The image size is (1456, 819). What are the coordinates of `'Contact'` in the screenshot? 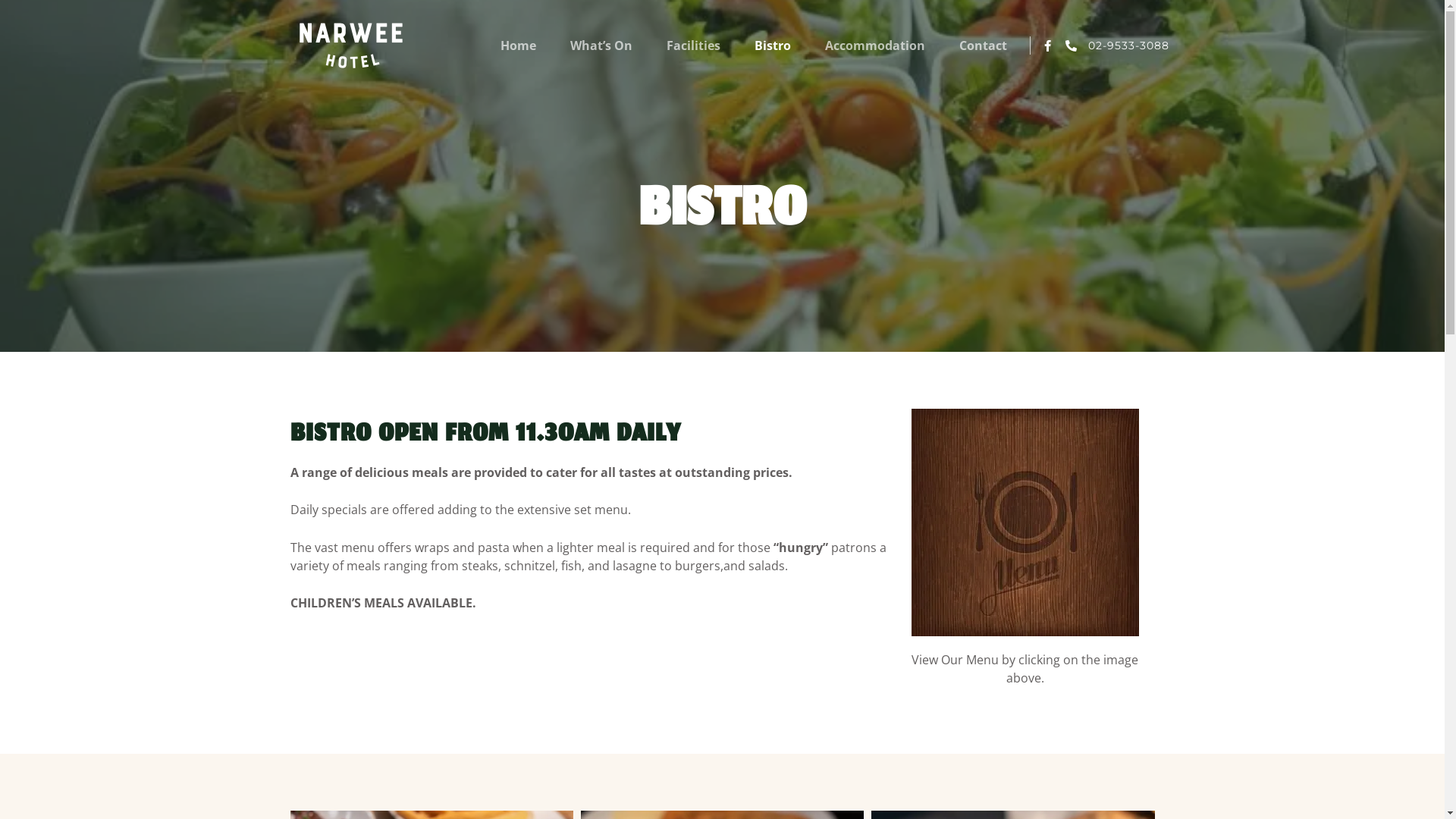 It's located at (959, 45).